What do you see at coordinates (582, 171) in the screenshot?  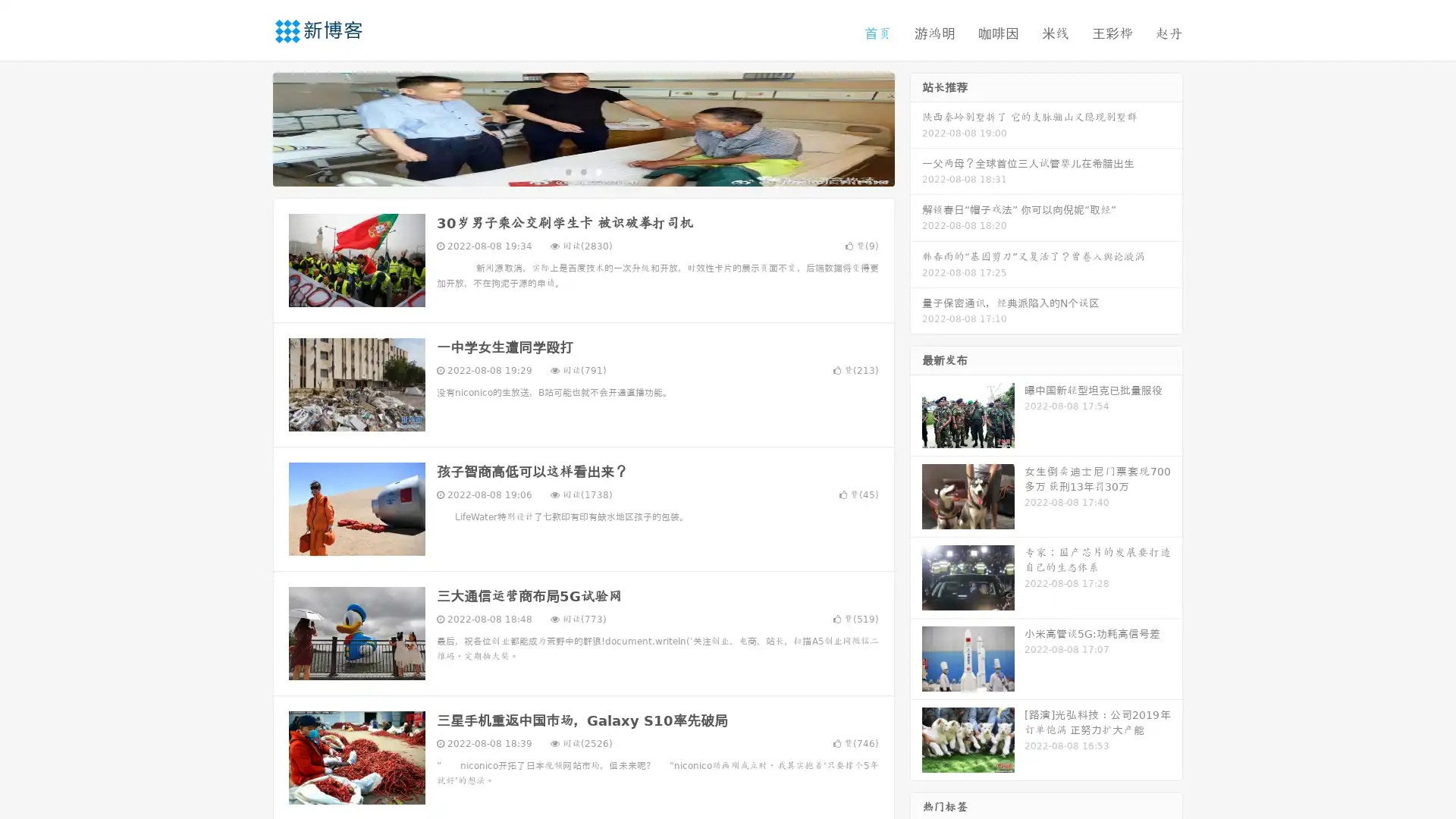 I see `Go to slide 2` at bounding box center [582, 171].